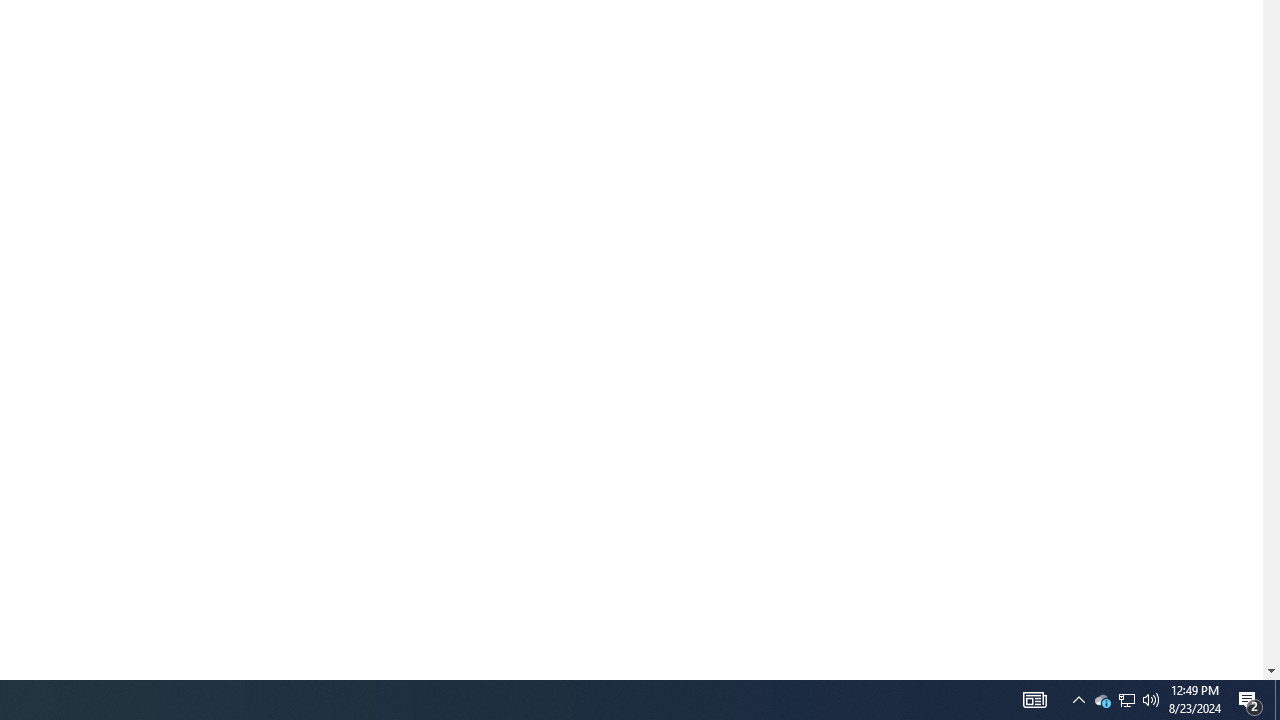 The height and width of the screenshot is (720, 1280). What do you see at coordinates (1101, 698) in the screenshot?
I see `'User Promoted Notification Area'` at bounding box center [1101, 698].